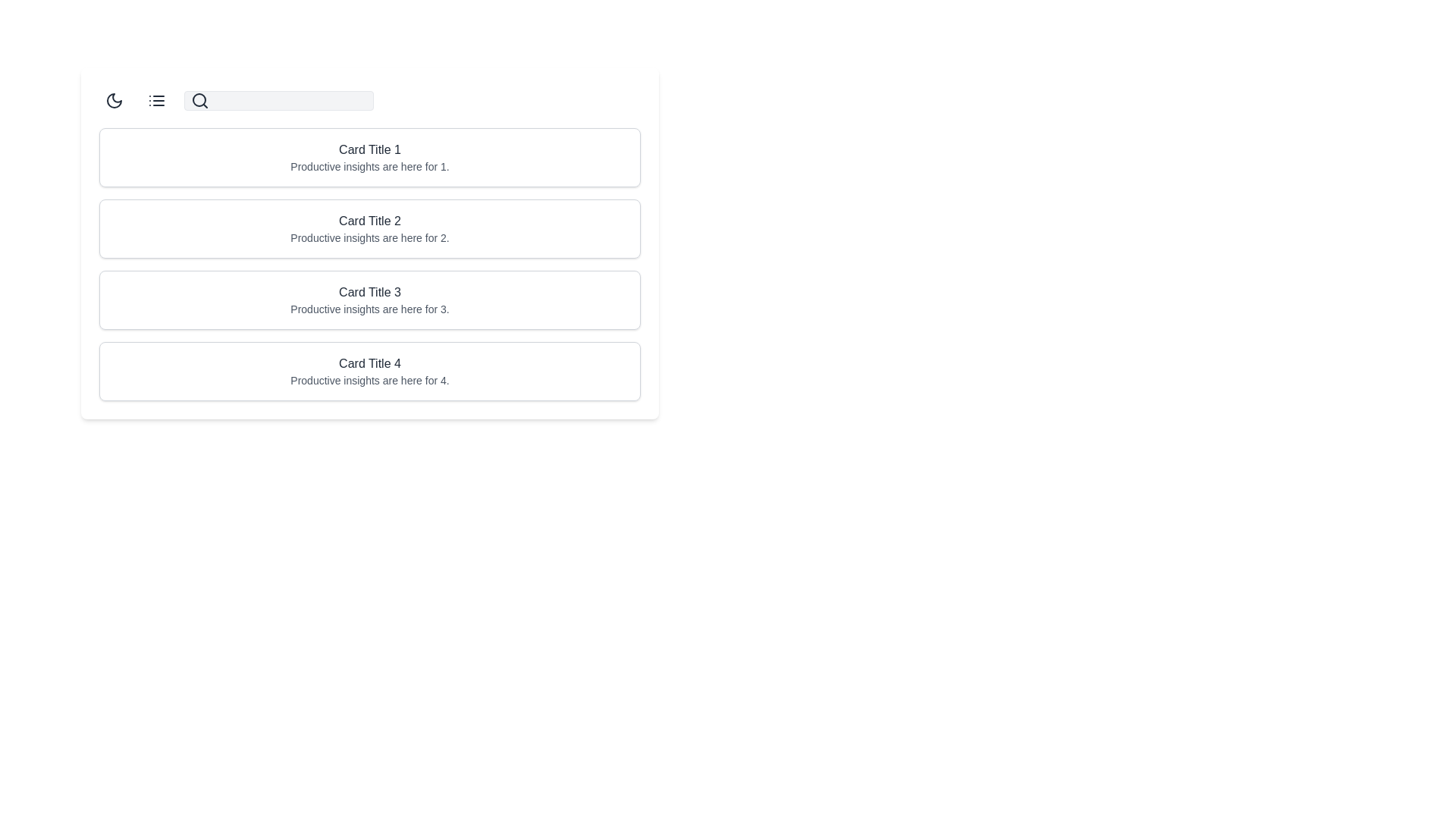 The width and height of the screenshot is (1456, 819). Describe the element at coordinates (370, 221) in the screenshot. I see `text content of the bold label 'Card Title 2' located at the top of the second card in a stacked list of cards` at that location.